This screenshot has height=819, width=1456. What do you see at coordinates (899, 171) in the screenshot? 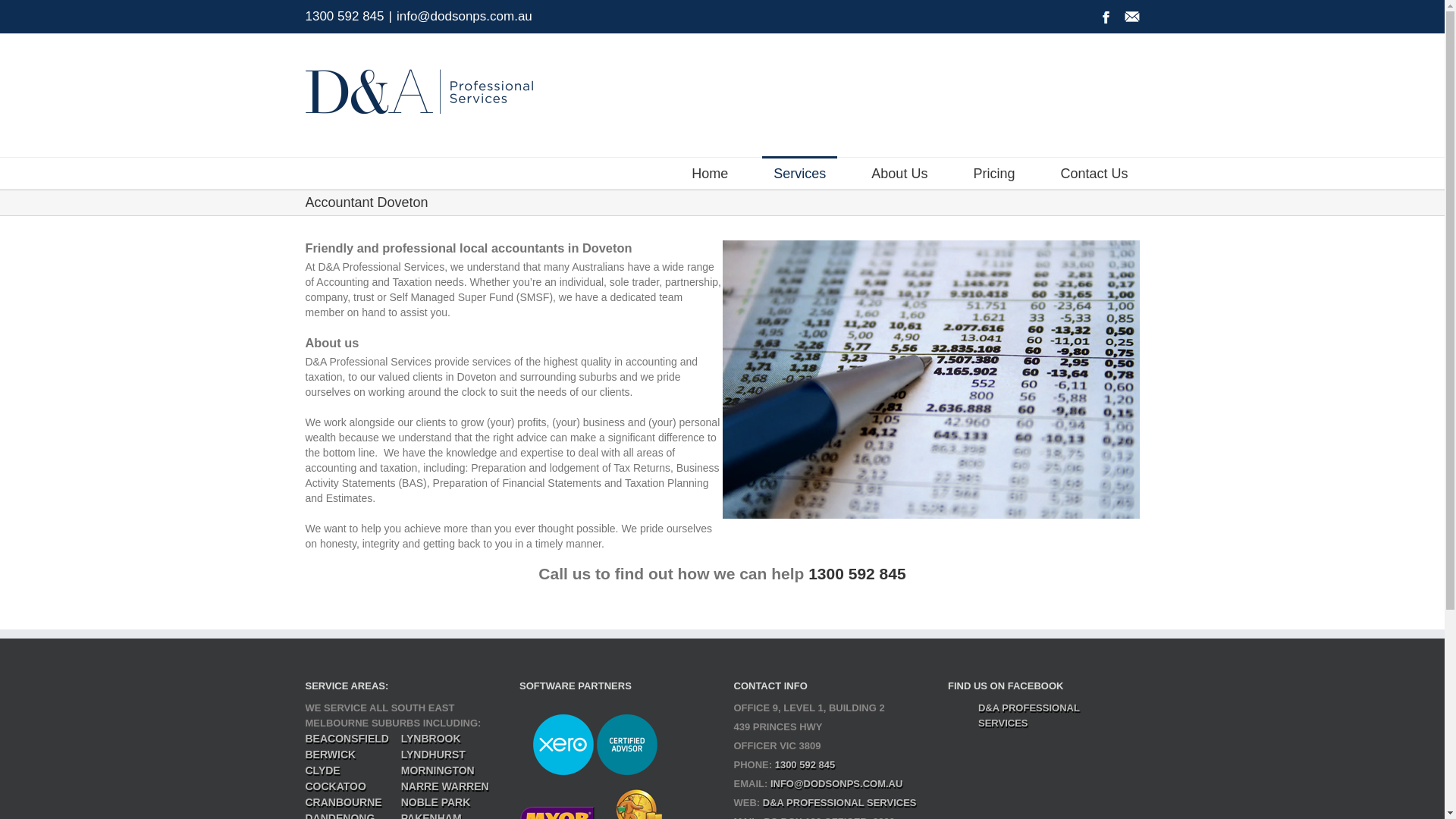
I see `'About Us'` at bounding box center [899, 171].